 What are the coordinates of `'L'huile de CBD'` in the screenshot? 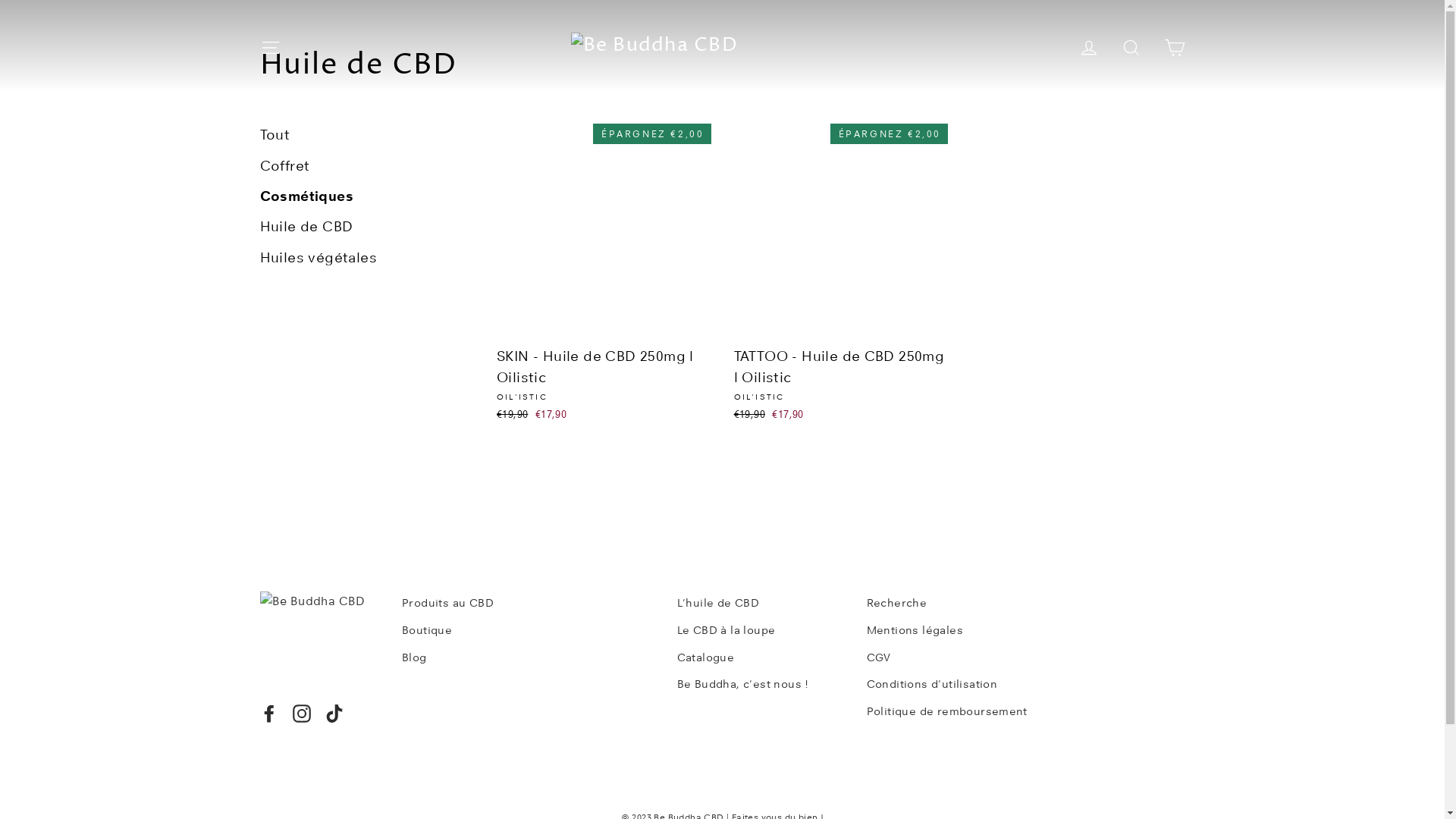 It's located at (760, 602).